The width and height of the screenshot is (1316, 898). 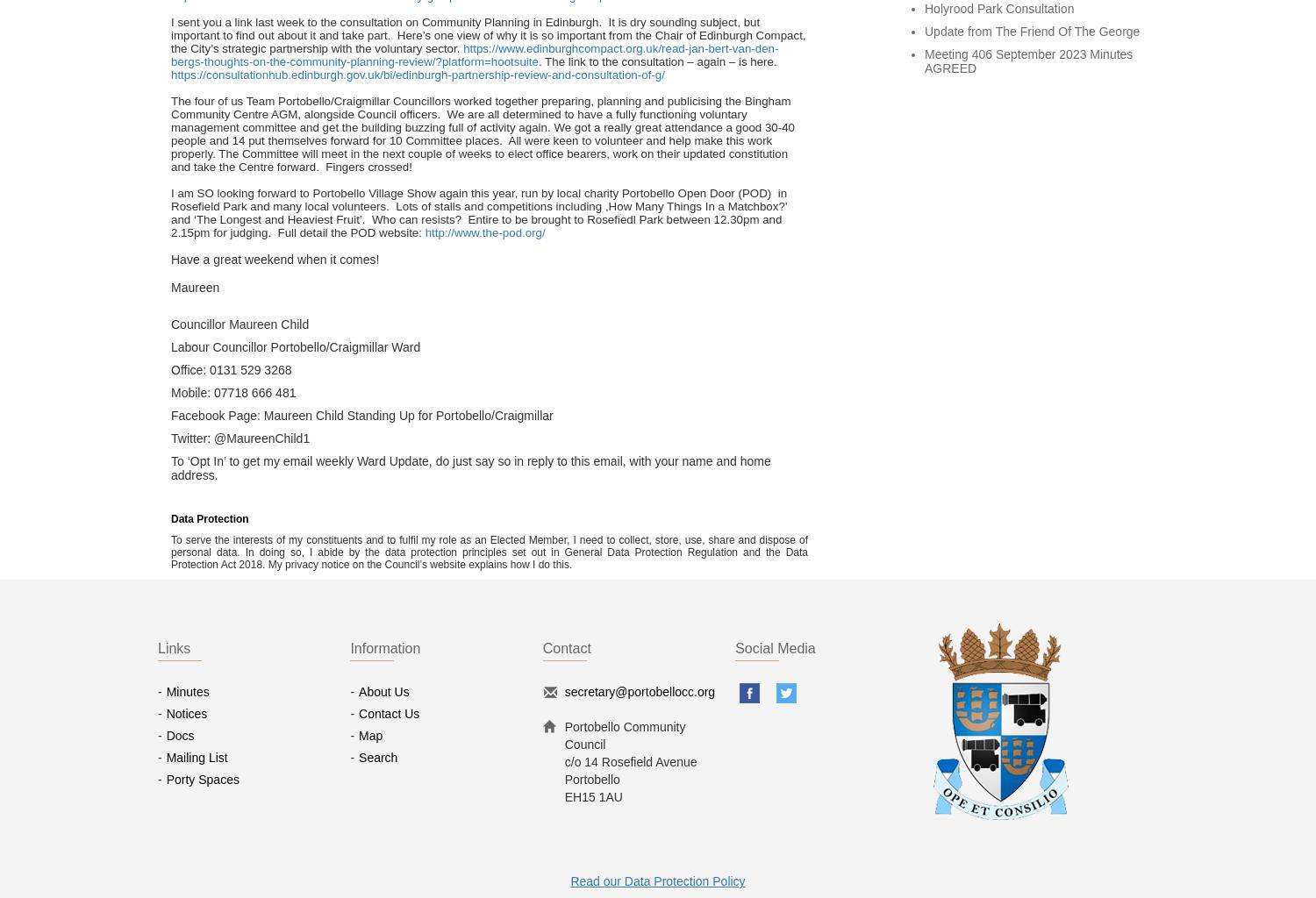 I want to click on 'Holyrood Park Consultation', so click(x=925, y=9).